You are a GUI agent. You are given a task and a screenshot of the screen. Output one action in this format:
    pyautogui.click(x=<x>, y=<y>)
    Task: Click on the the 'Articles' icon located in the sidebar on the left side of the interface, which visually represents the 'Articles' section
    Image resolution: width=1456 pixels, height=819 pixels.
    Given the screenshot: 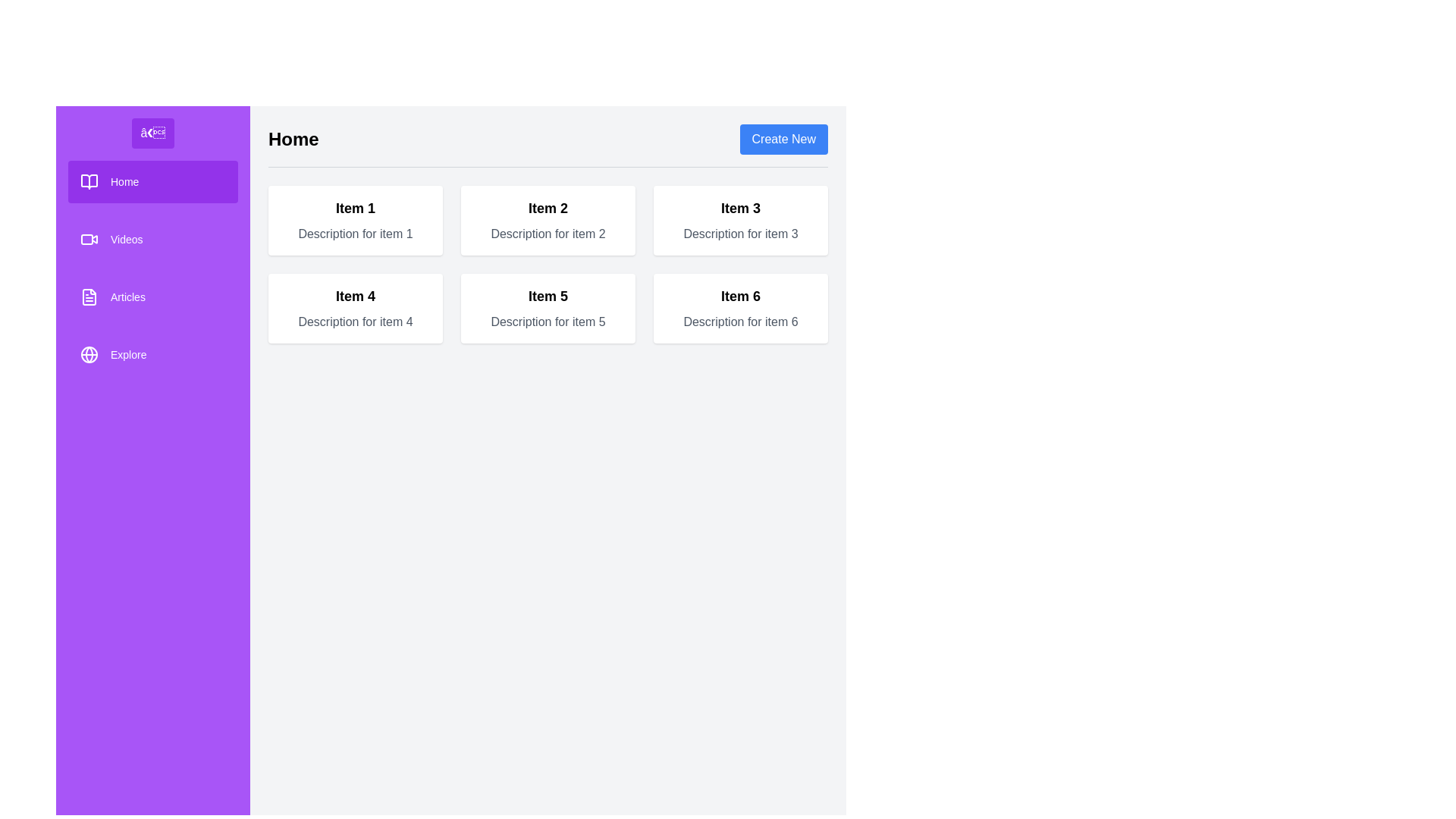 What is the action you would take?
    pyautogui.click(x=89, y=297)
    